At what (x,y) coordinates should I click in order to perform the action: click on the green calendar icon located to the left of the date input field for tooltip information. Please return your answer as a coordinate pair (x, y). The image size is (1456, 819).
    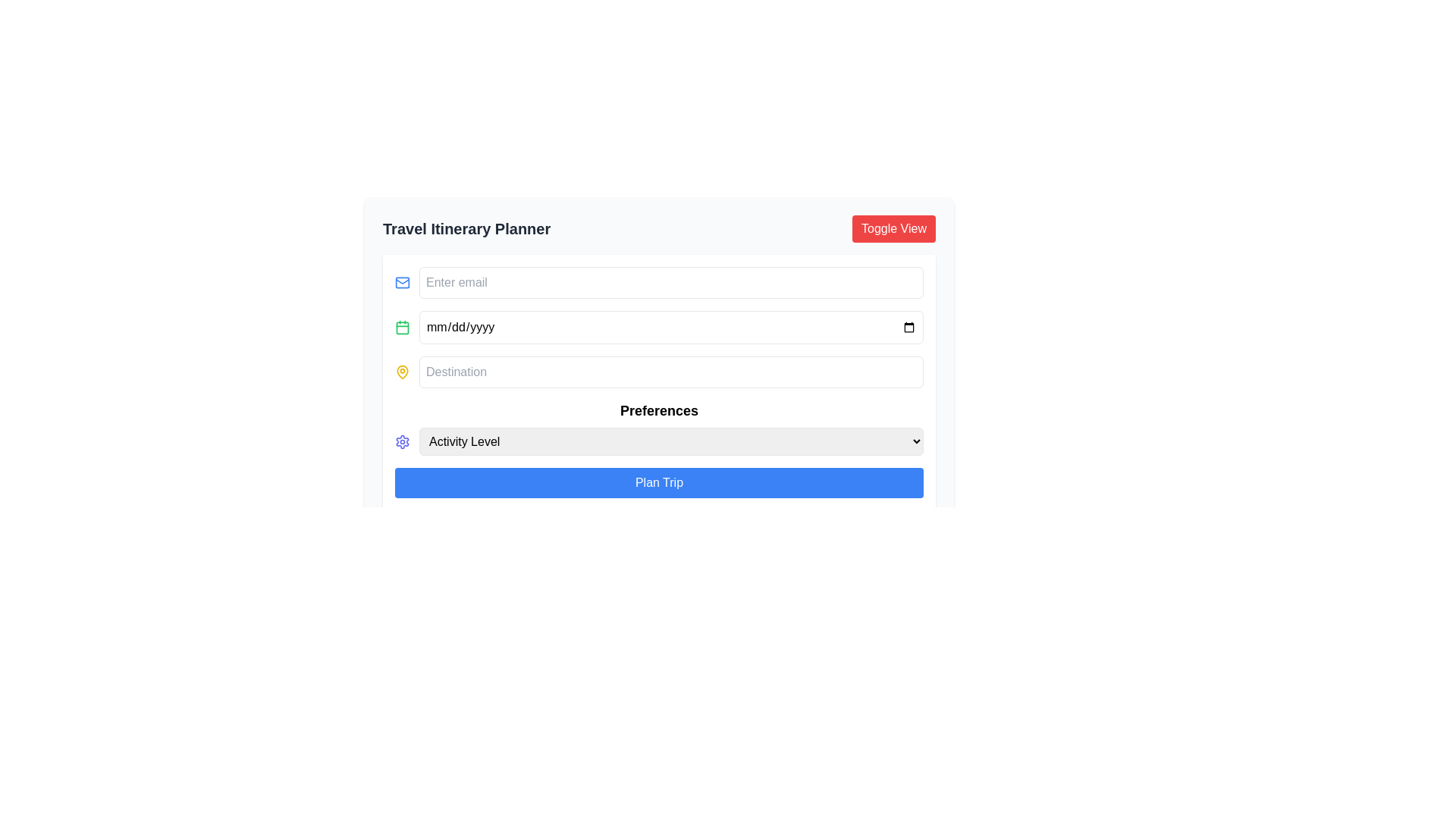
    Looking at the image, I should click on (403, 327).